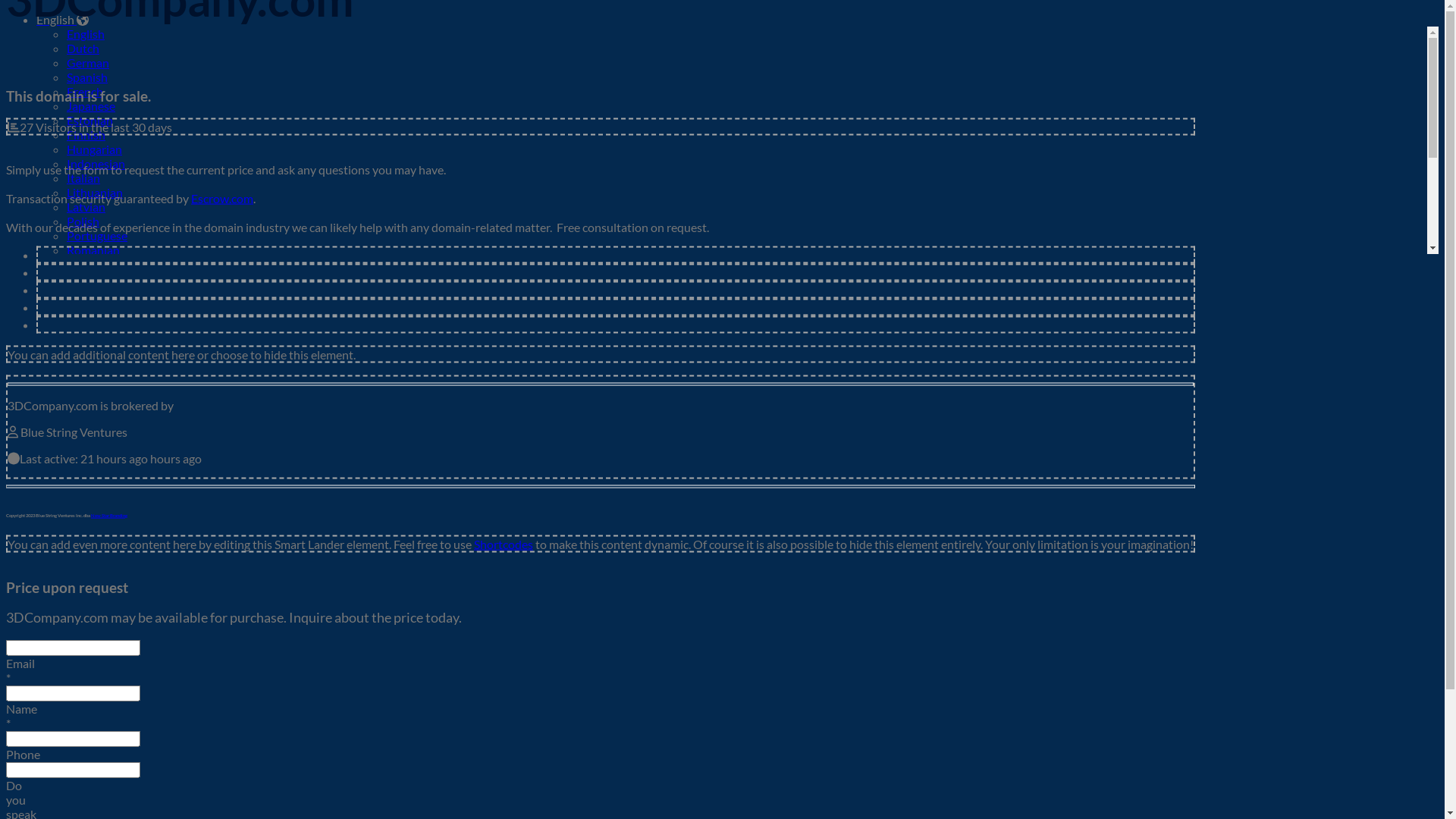 This screenshot has height=819, width=1456. What do you see at coordinates (118, 350) in the screenshot?
I see `'Chinese (simplified)'` at bounding box center [118, 350].